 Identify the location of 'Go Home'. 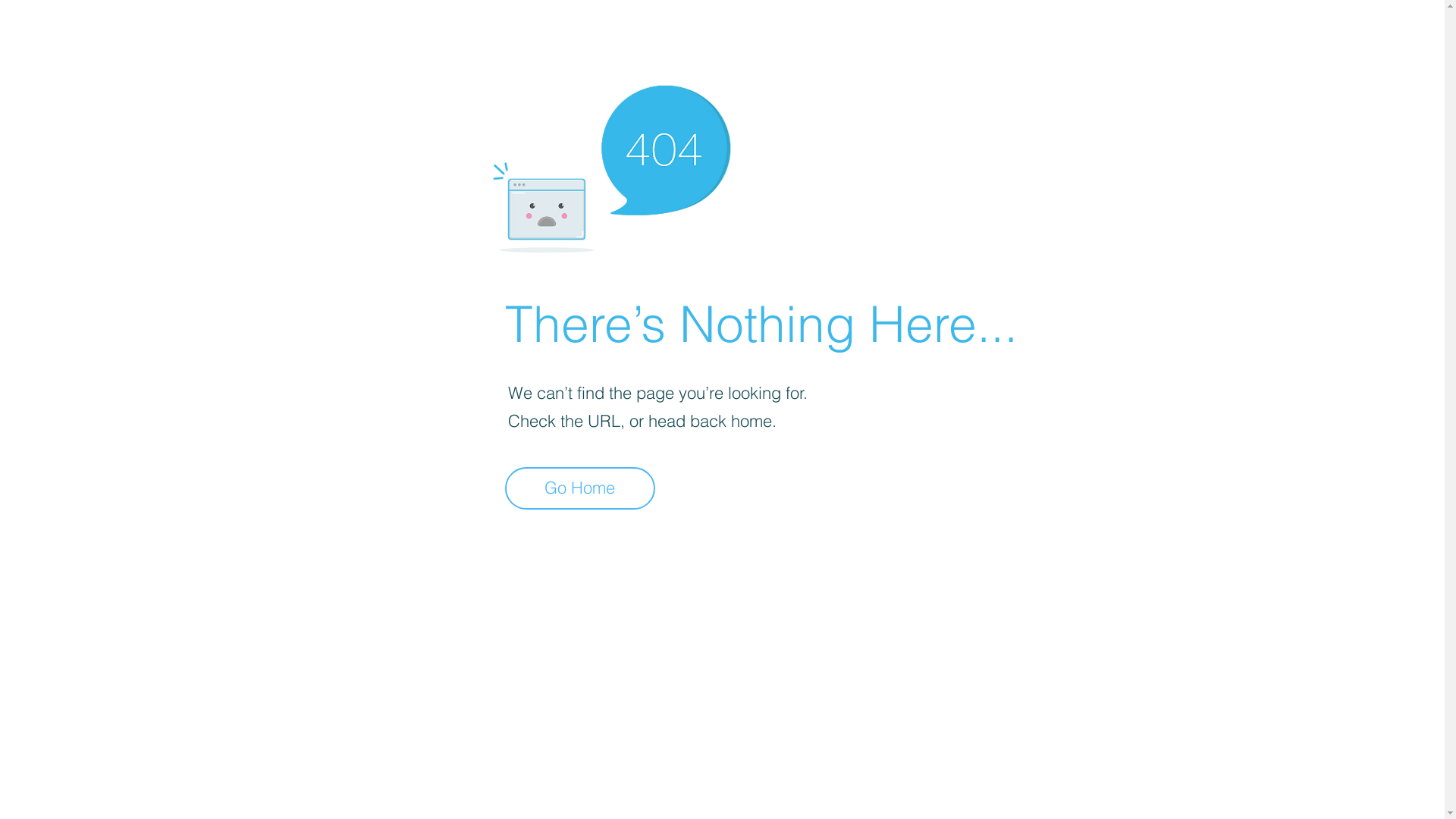
(579, 488).